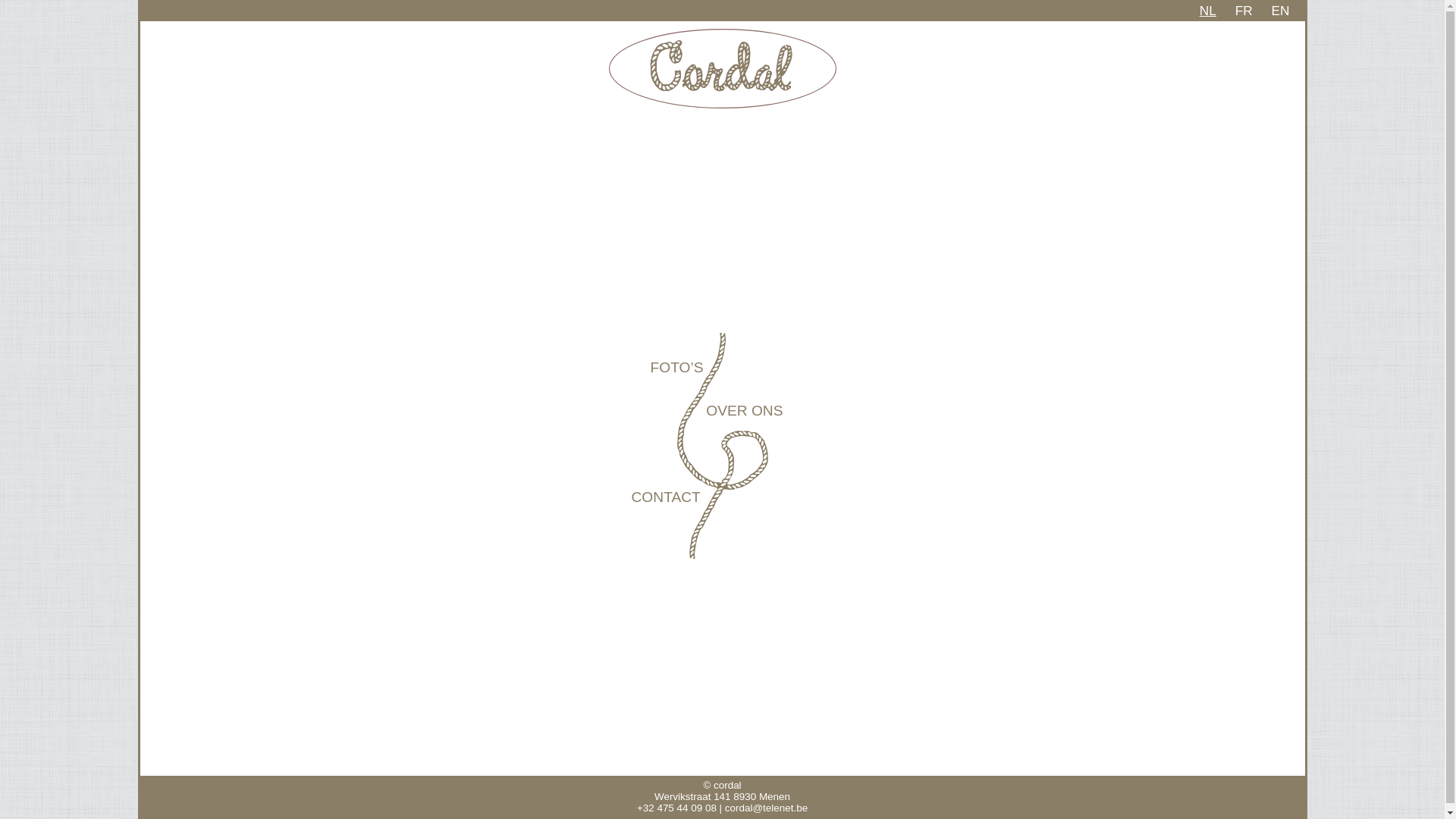  What do you see at coordinates (1207, 11) in the screenshot?
I see `'NL'` at bounding box center [1207, 11].